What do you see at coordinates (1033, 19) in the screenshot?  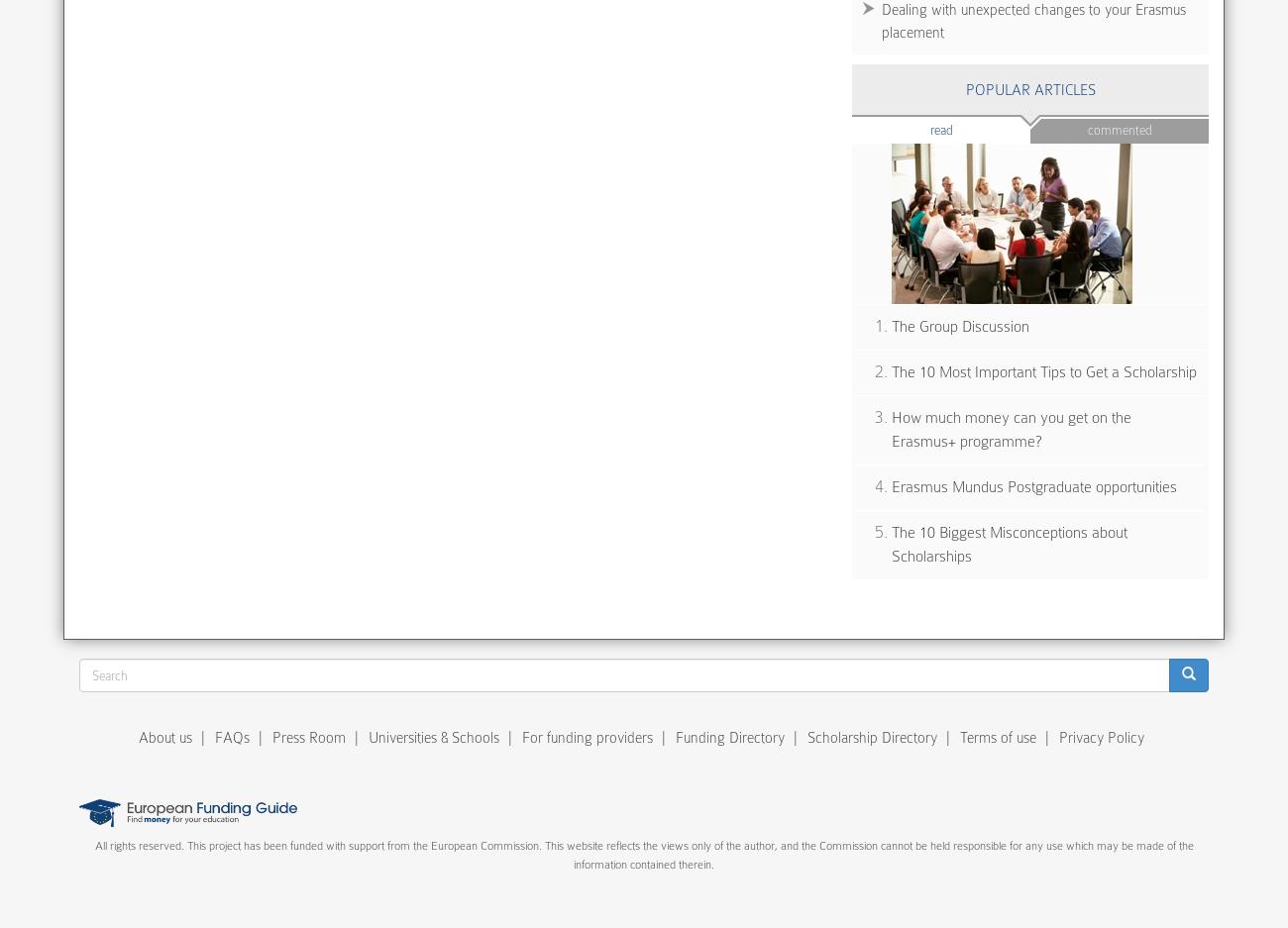 I see `'Dealing with unexpected changes to your Erasmus placement'` at bounding box center [1033, 19].